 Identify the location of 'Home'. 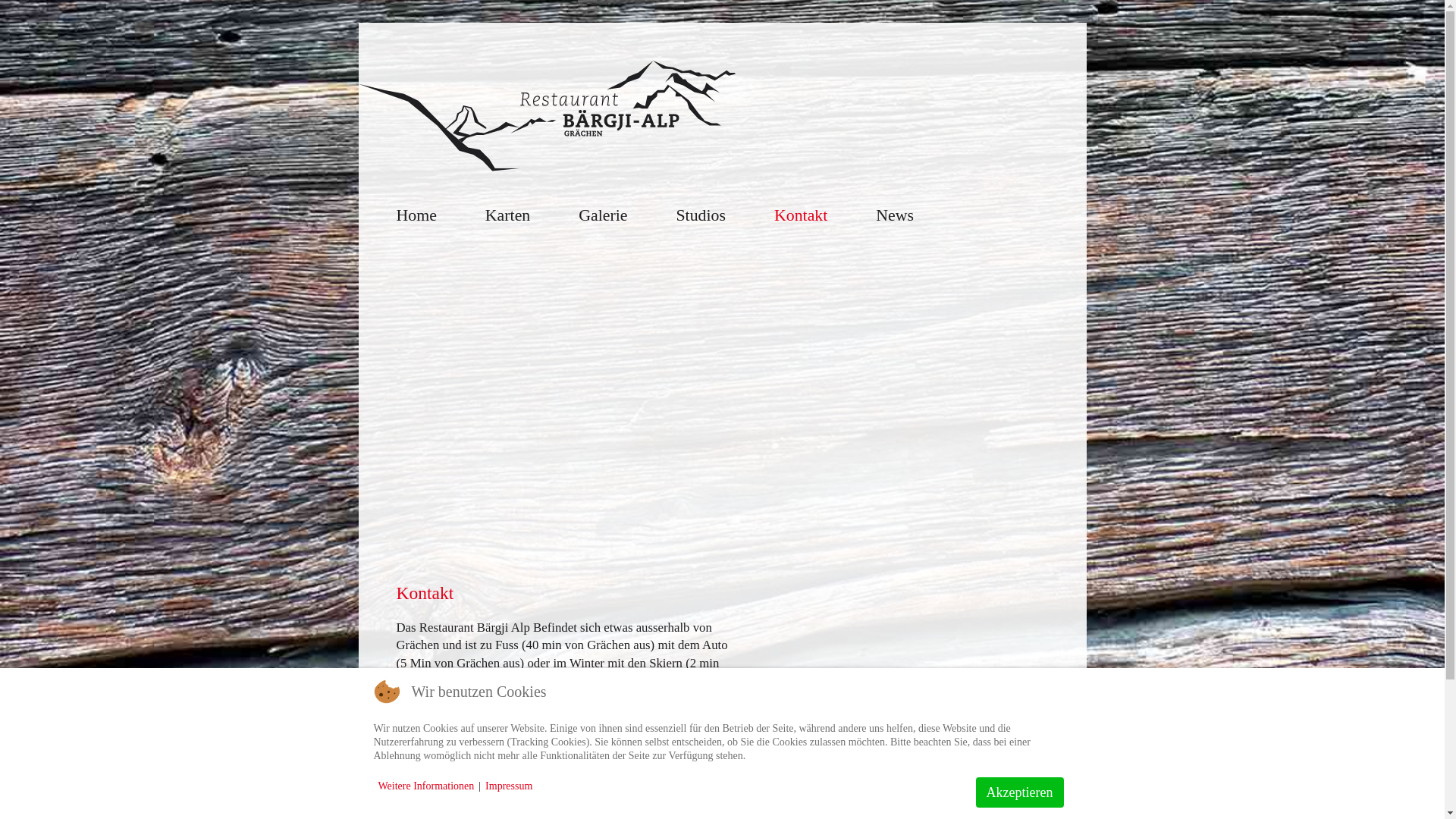
(416, 215).